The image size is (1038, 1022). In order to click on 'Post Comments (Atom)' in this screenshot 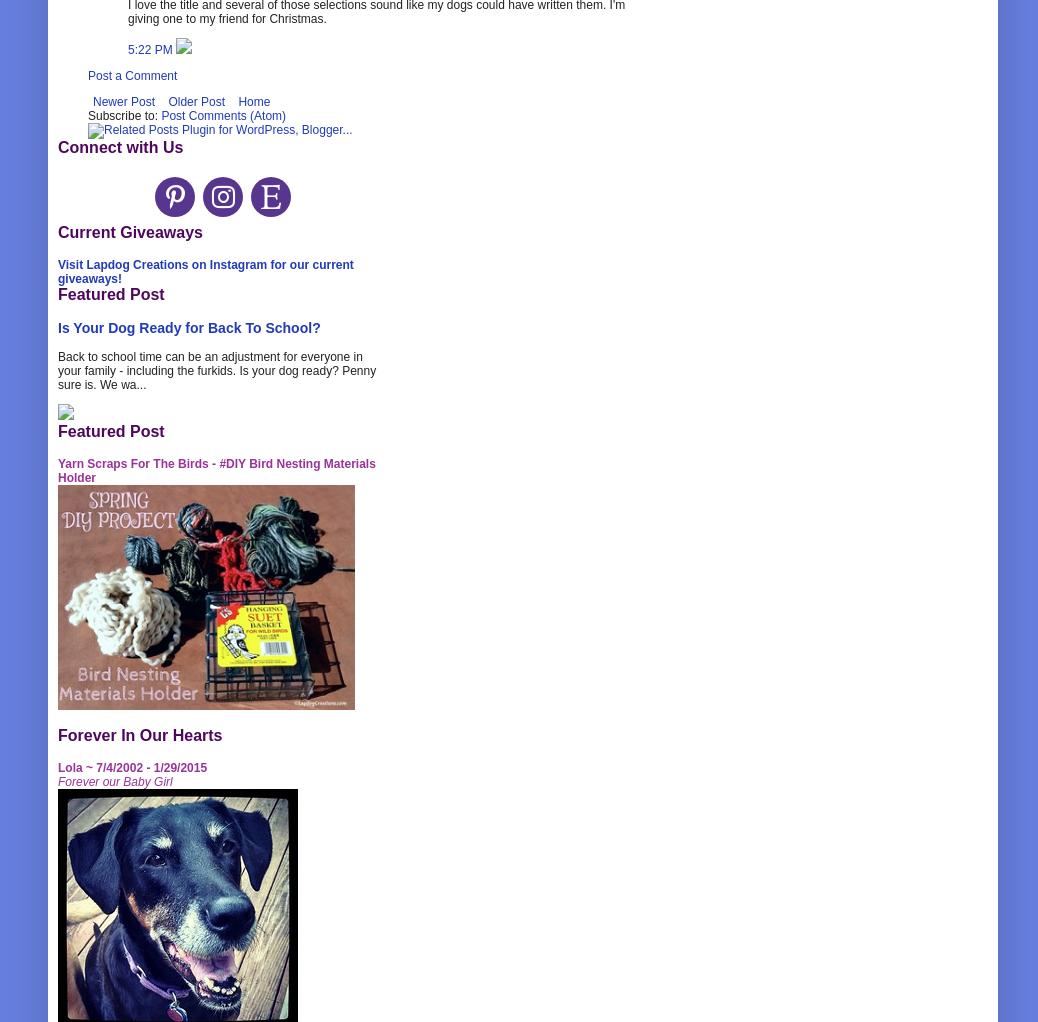, I will do `click(222, 115)`.